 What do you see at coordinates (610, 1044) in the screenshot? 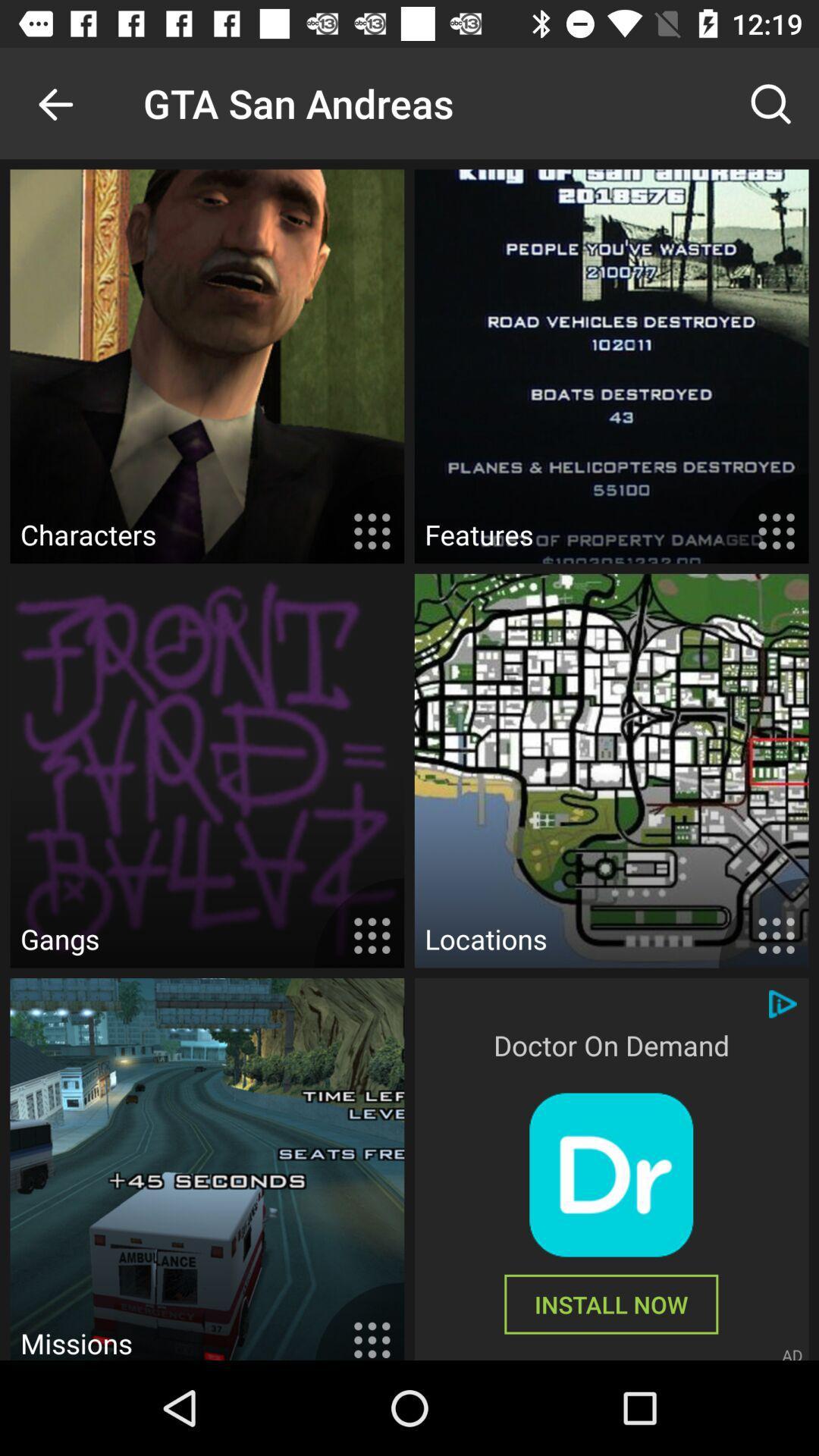
I see `the doctor on demand icon` at bounding box center [610, 1044].